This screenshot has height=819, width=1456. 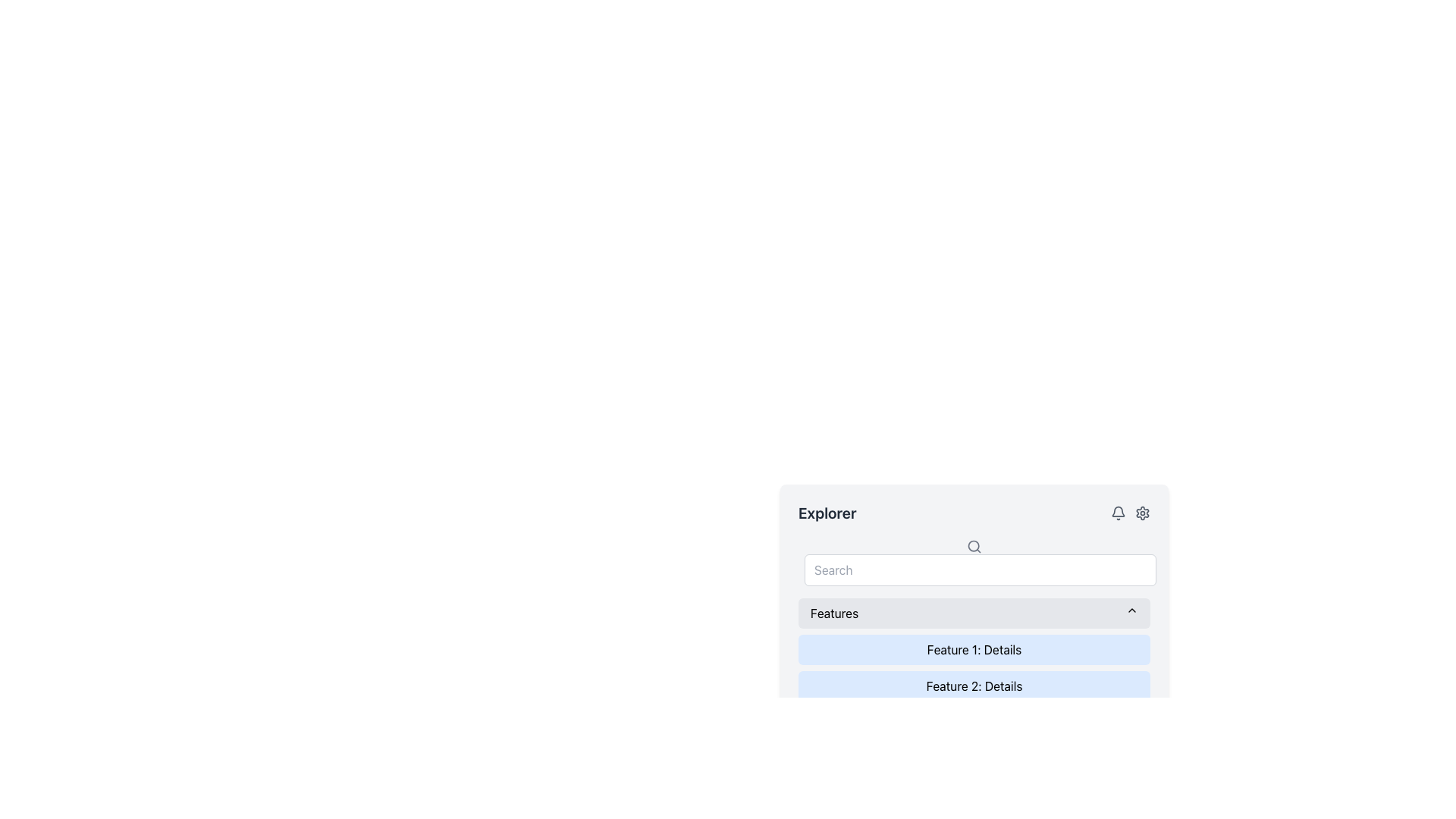 What do you see at coordinates (1143, 513) in the screenshot?
I see `the gear-shaped icon segment in the top-right corner of the interface, which is part of a settings toolbar adjacent to a notification icon` at bounding box center [1143, 513].